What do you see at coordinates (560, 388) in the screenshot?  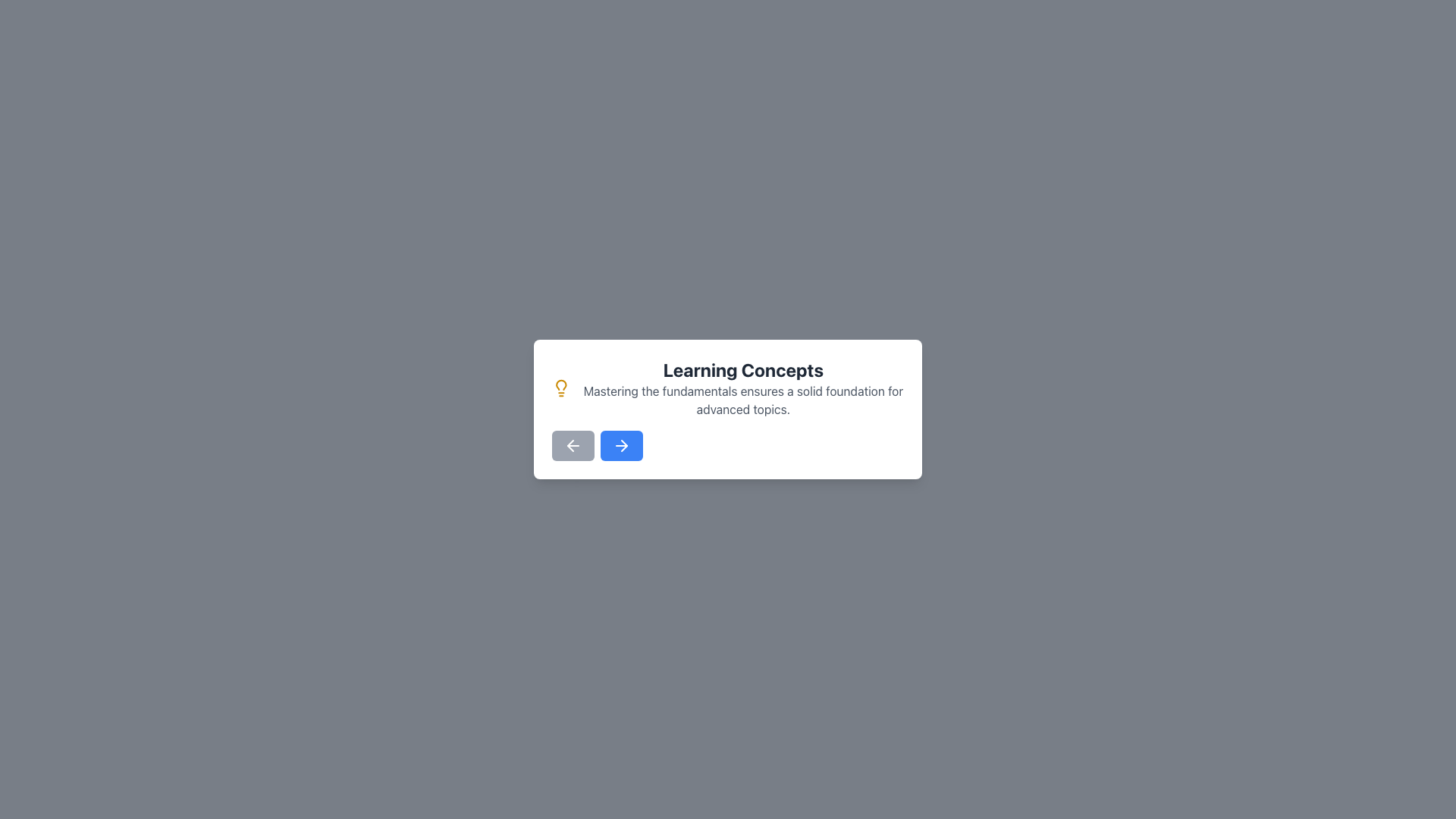 I see `the lightbulb icon, which is yellow and located to the left of the 'Learning Concepts' text, serving as a visual marker for the heading` at bounding box center [560, 388].